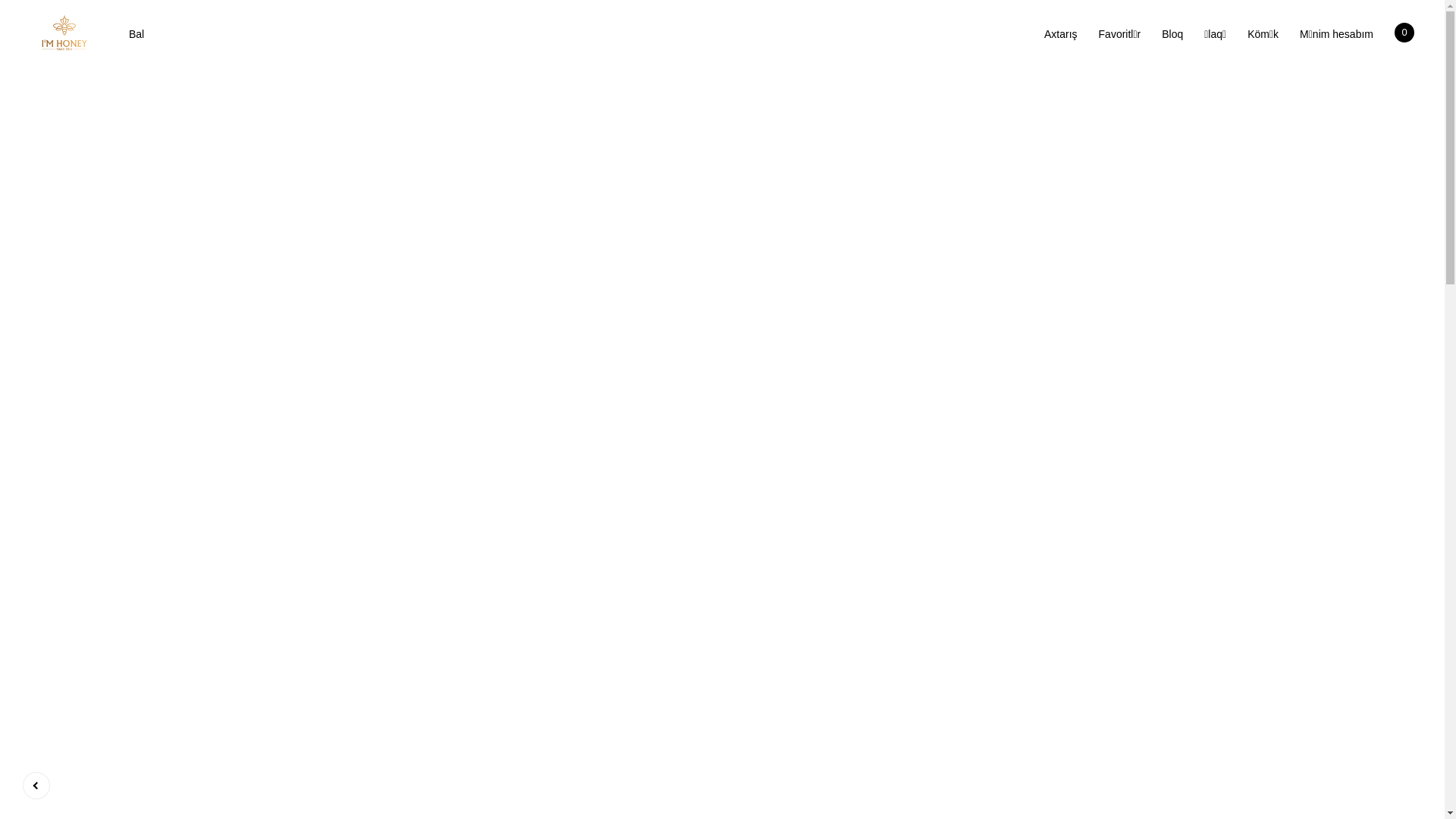 This screenshot has height=819, width=1456. What do you see at coordinates (1171, 34) in the screenshot?
I see `'Bloq'` at bounding box center [1171, 34].